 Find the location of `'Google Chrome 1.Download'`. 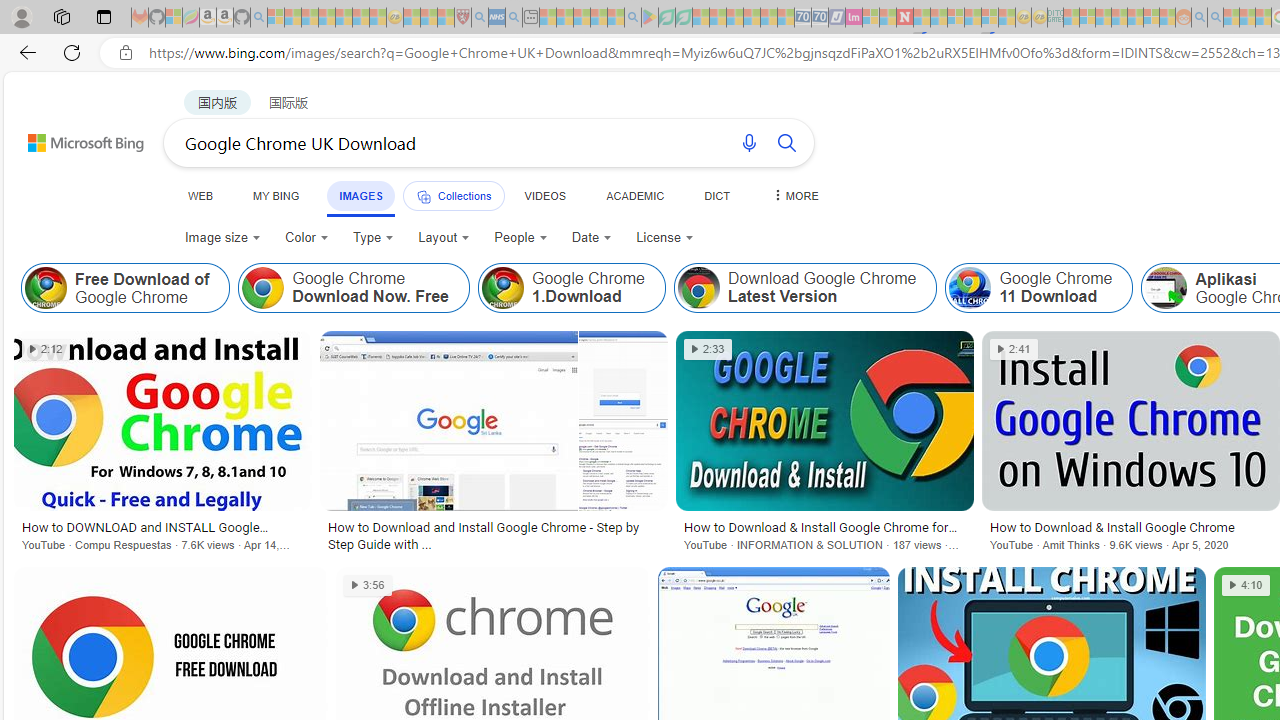

'Google Chrome 1.Download' is located at coordinates (570, 288).